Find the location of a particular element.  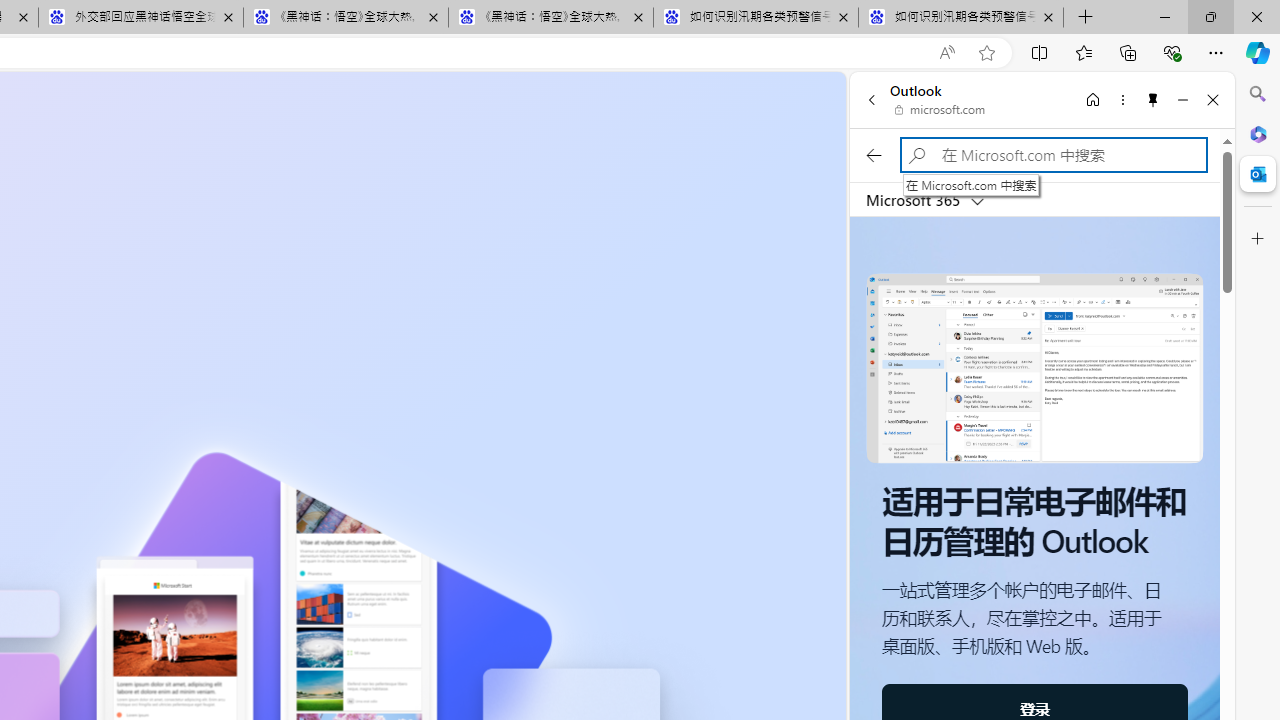

'Customize' is located at coordinates (1257, 238).